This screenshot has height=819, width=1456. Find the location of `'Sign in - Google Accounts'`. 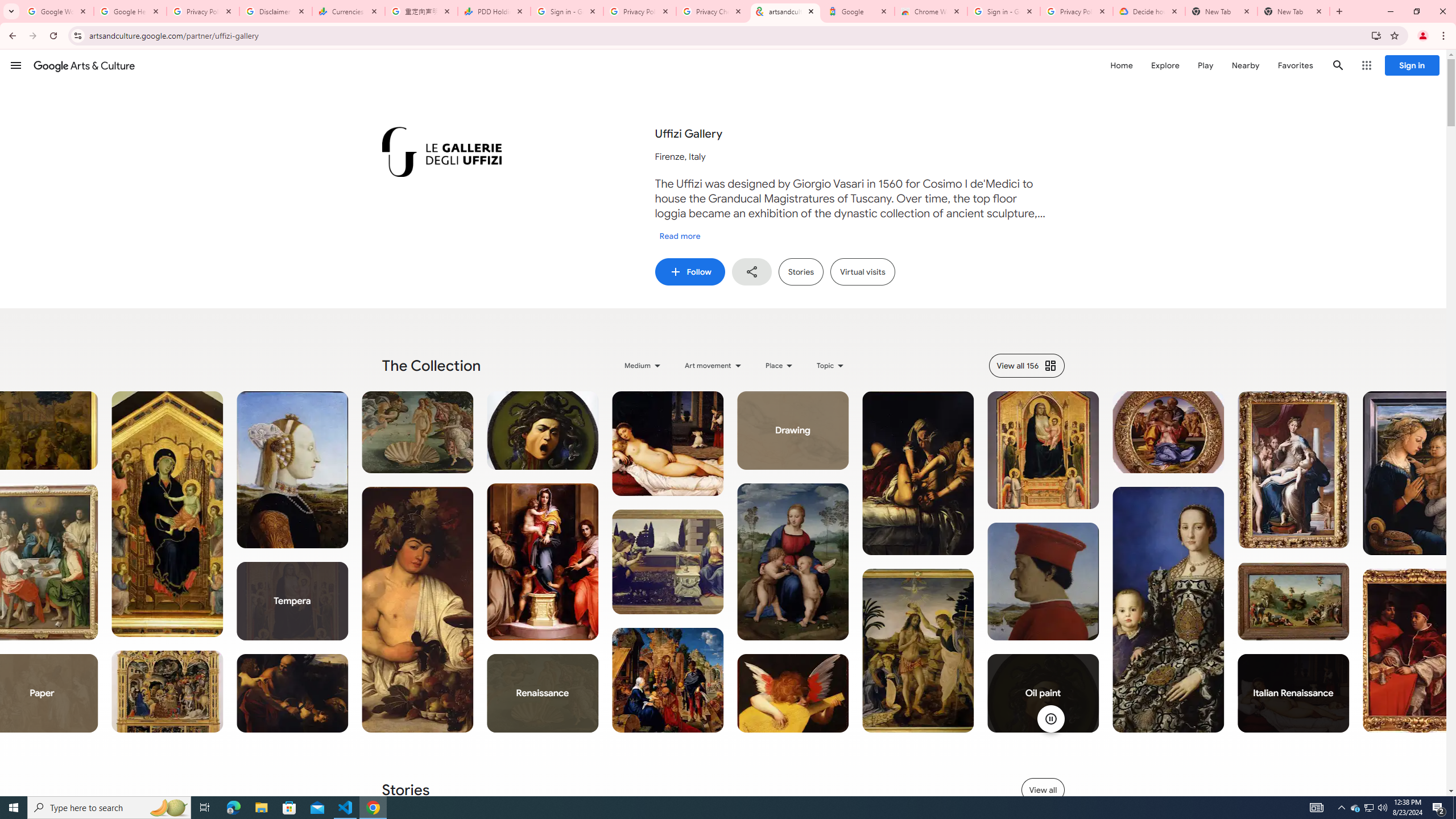

'Sign in - Google Accounts' is located at coordinates (1004, 11).